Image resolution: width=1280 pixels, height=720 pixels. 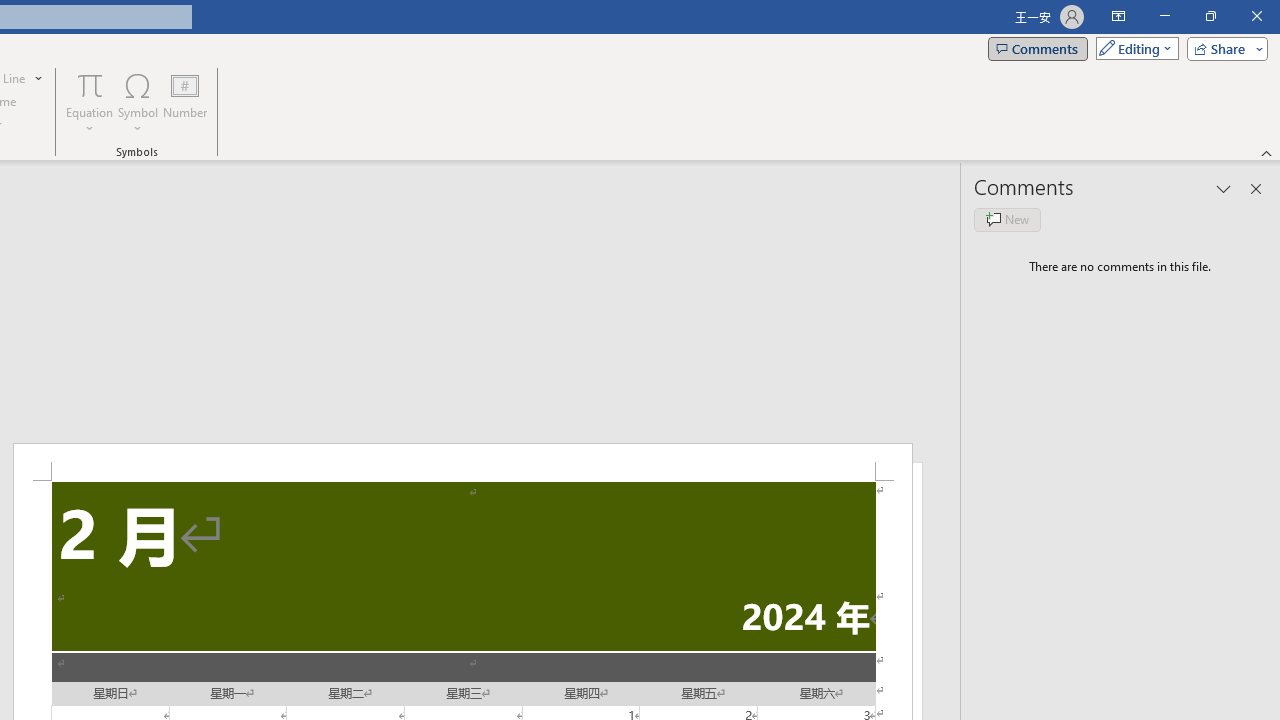 What do you see at coordinates (89, 84) in the screenshot?
I see `'Equation'` at bounding box center [89, 84].